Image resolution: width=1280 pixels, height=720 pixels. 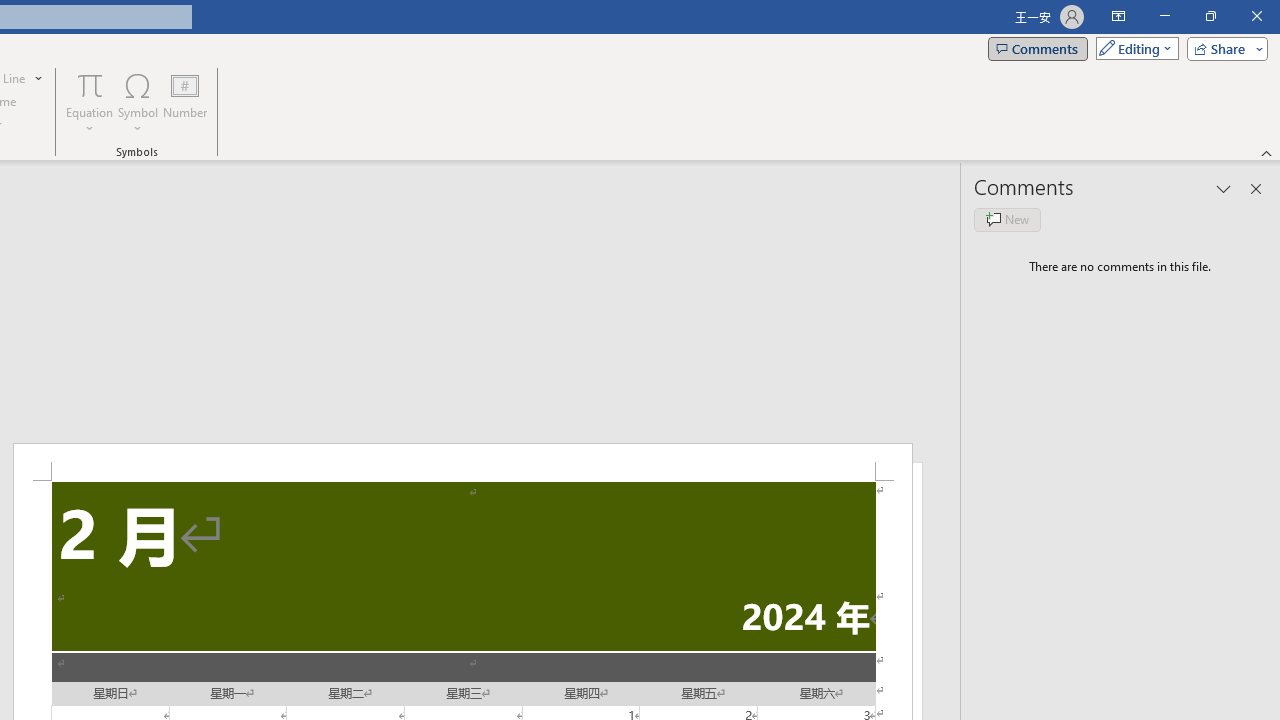 What do you see at coordinates (89, 84) in the screenshot?
I see `'Equation'` at bounding box center [89, 84].